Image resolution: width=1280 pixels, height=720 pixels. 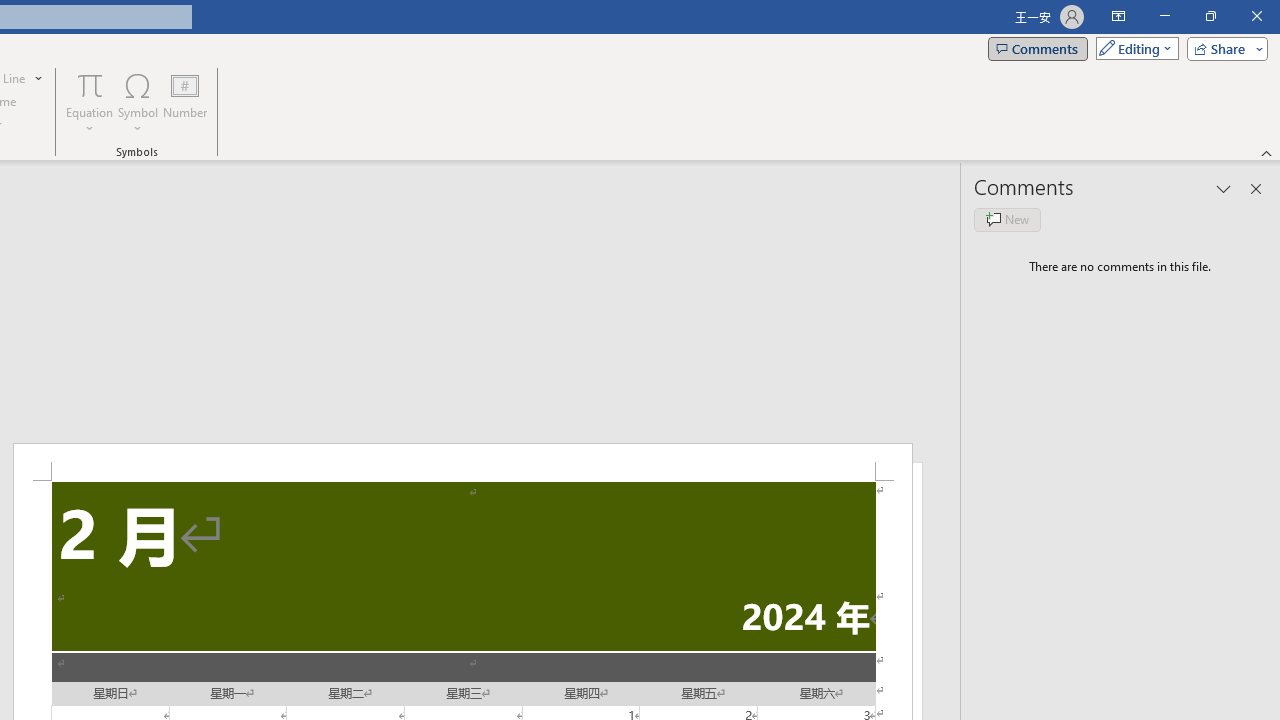 What do you see at coordinates (89, 84) in the screenshot?
I see `'Equation'` at bounding box center [89, 84].